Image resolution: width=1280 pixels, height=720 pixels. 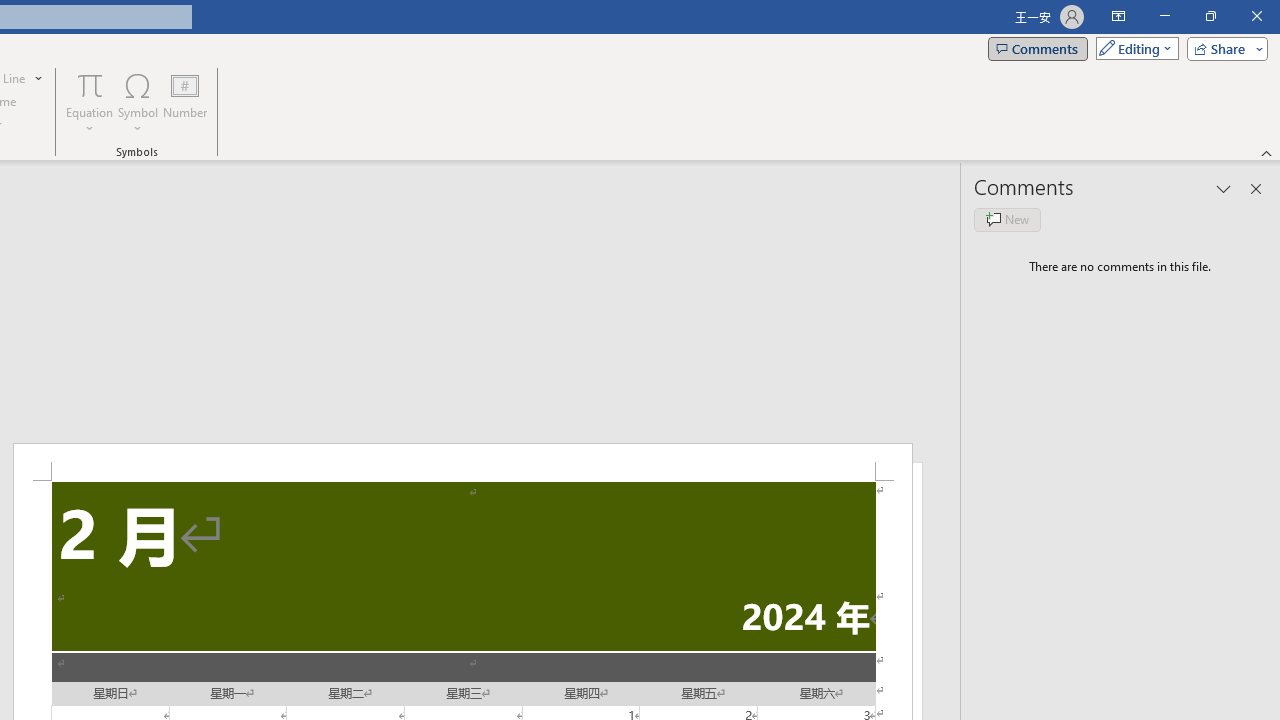 What do you see at coordinates (89, 84) in the screenshot?
I see `'Equation'` at bounding box center [89, 84].